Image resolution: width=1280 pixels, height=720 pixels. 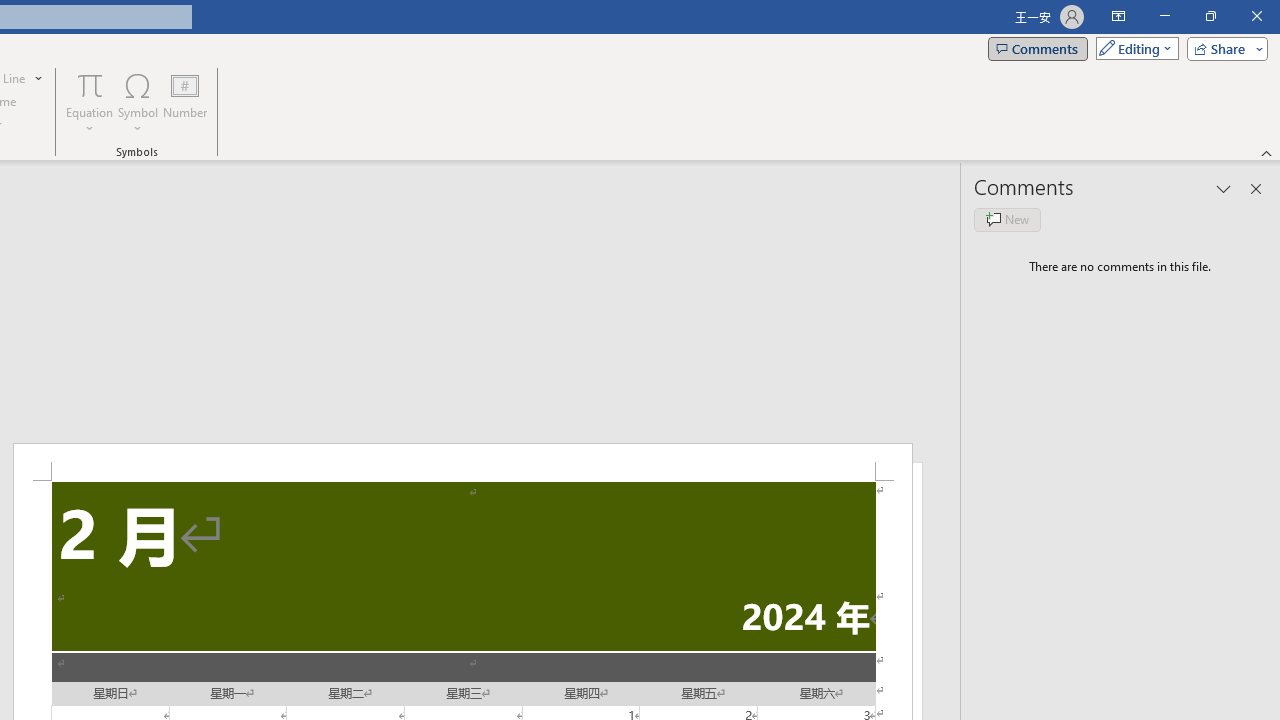 What do you see at coordinates (89, 84) in the screenshot?
I see `'Equation'` at bounding box center [89, 84].